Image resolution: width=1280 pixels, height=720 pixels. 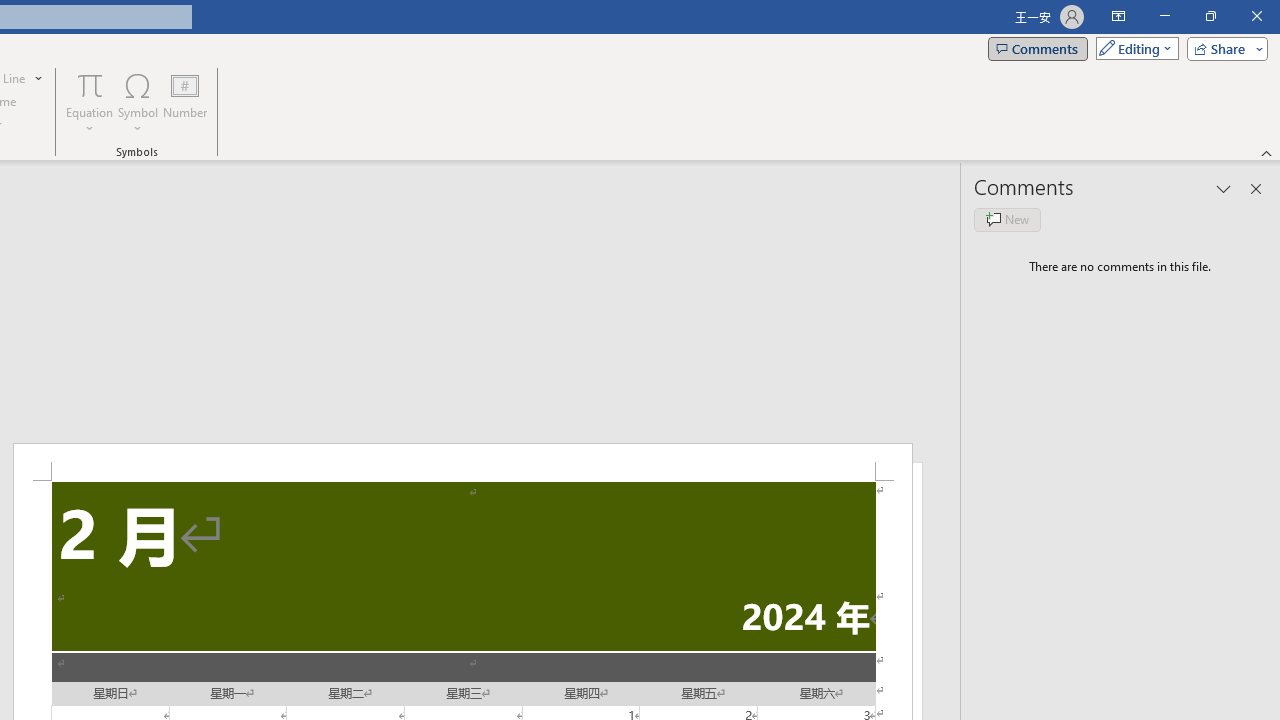 What do you see at coordinates (89, 84) in the screenshot?
I see `'Equation'` at bounding box center [89, 84].